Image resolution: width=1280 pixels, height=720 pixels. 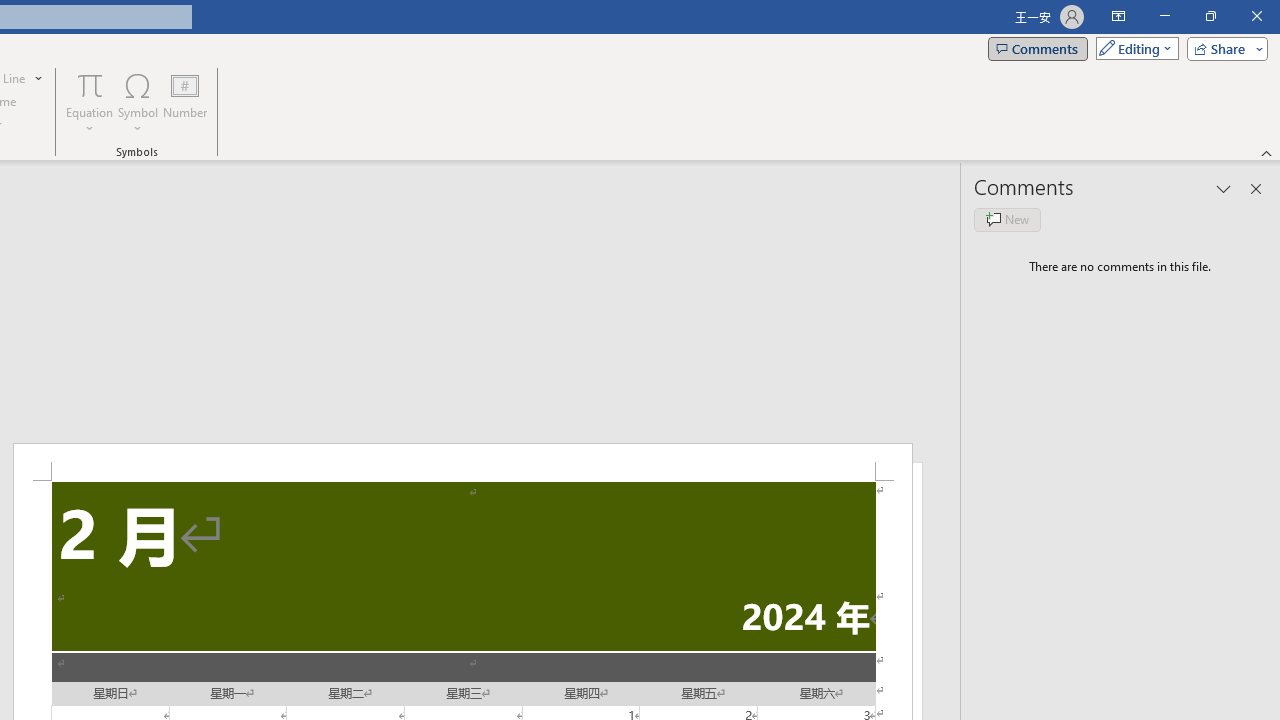 What do you see at coordinates (89, 84) in the screenshot?
I see `'Equation'` at bounding box center [89, 84].